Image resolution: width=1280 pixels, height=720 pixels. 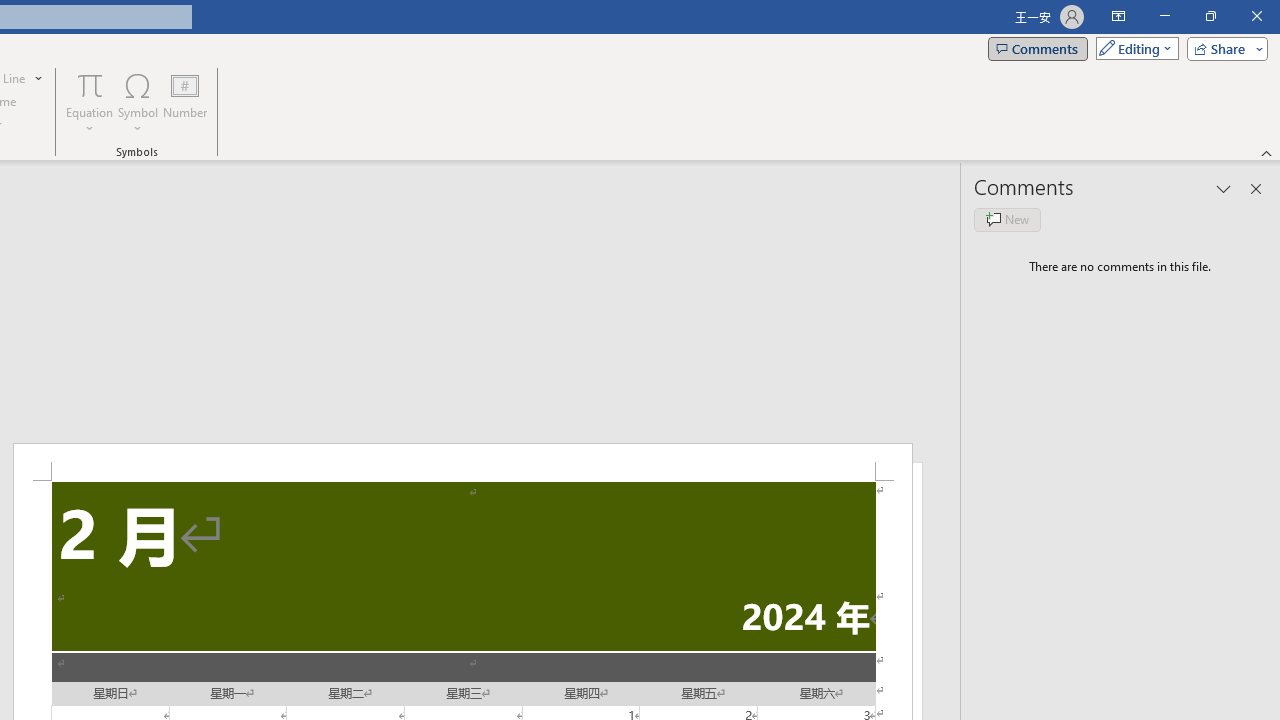 What do you see at coordinates (89, 84) in the screenshot?
I see `'Equation'` at bounding box center [89, 84].